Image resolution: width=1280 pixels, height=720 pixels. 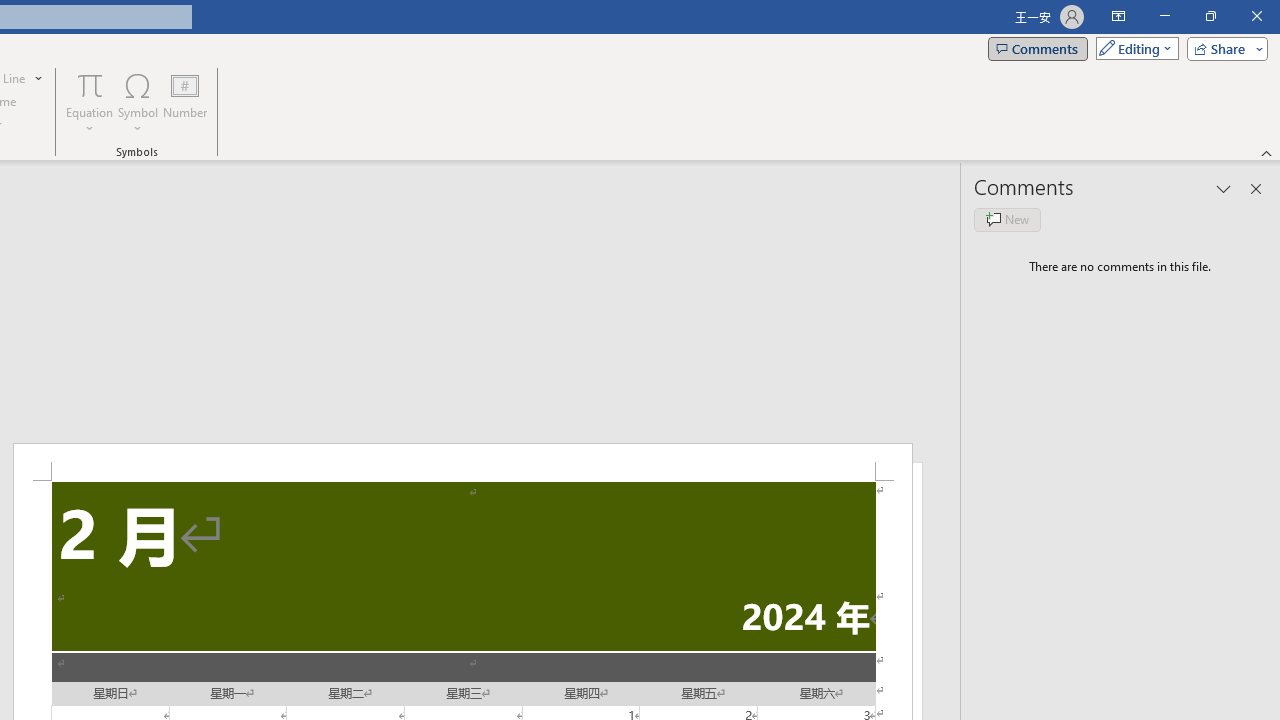 What do you see at coordinates (89, 84) in the screenshot?
I see `'Equation'` at bounding box center [89, 84].